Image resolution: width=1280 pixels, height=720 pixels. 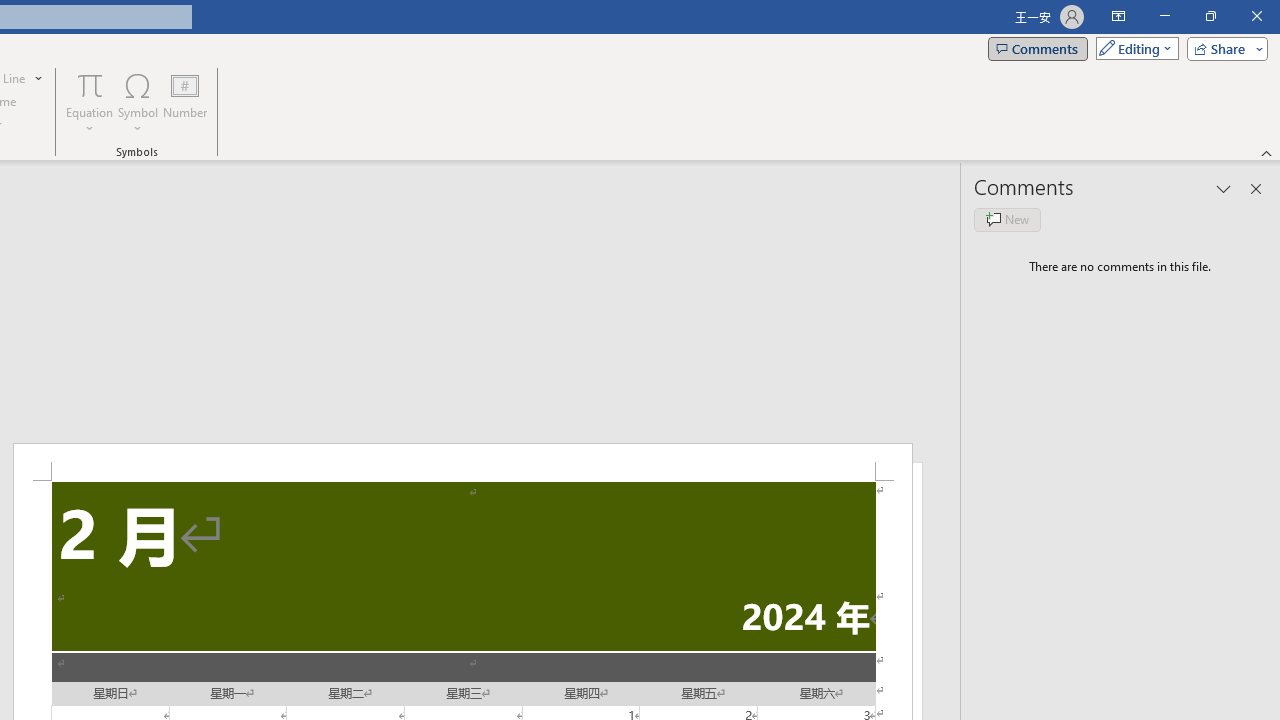 What do you see at coordinates (89, 84) in the screenshot?
I see `'Equation'` at bounding box center [89, 84].